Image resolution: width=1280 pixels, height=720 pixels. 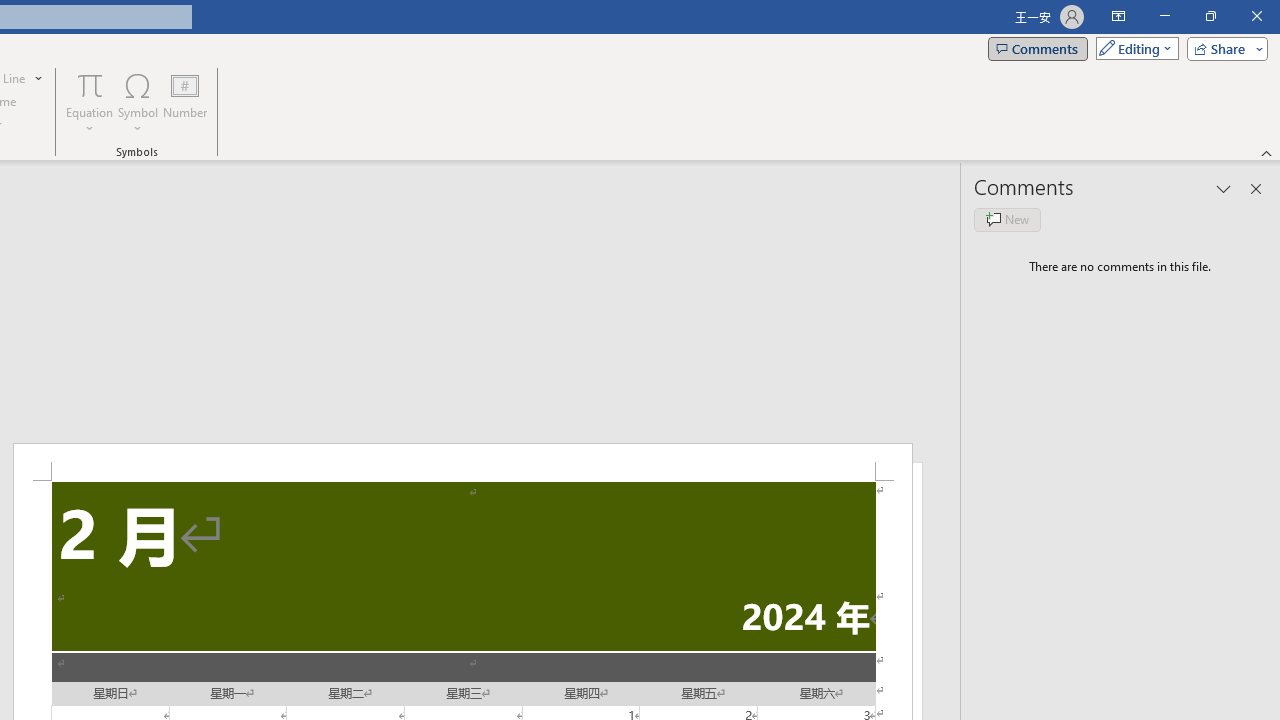 What do you see at coordinates (89, 84) in the screenshot?
I see `'Equation'` at bounding box center [89, 84].